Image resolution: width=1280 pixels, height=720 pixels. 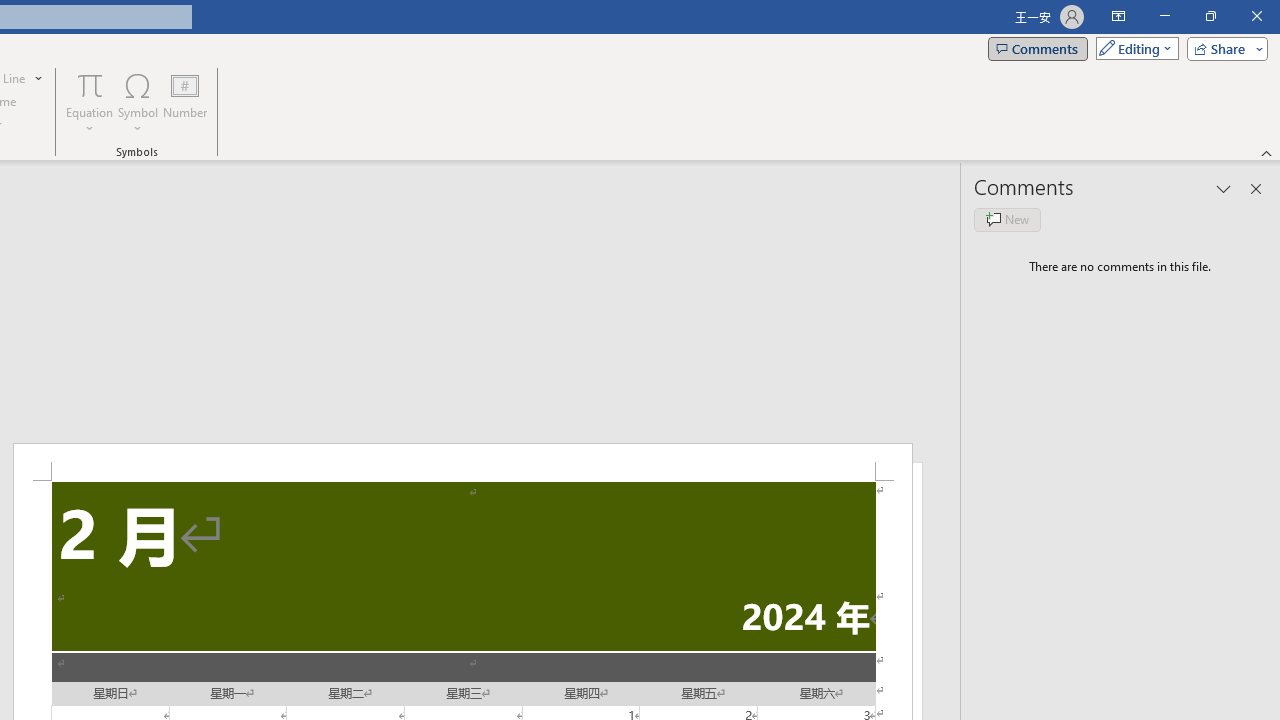 What do you see at coordinates (89, 84) in the screenshot?
I see `'Equation'` at bounding box center [89, 84].